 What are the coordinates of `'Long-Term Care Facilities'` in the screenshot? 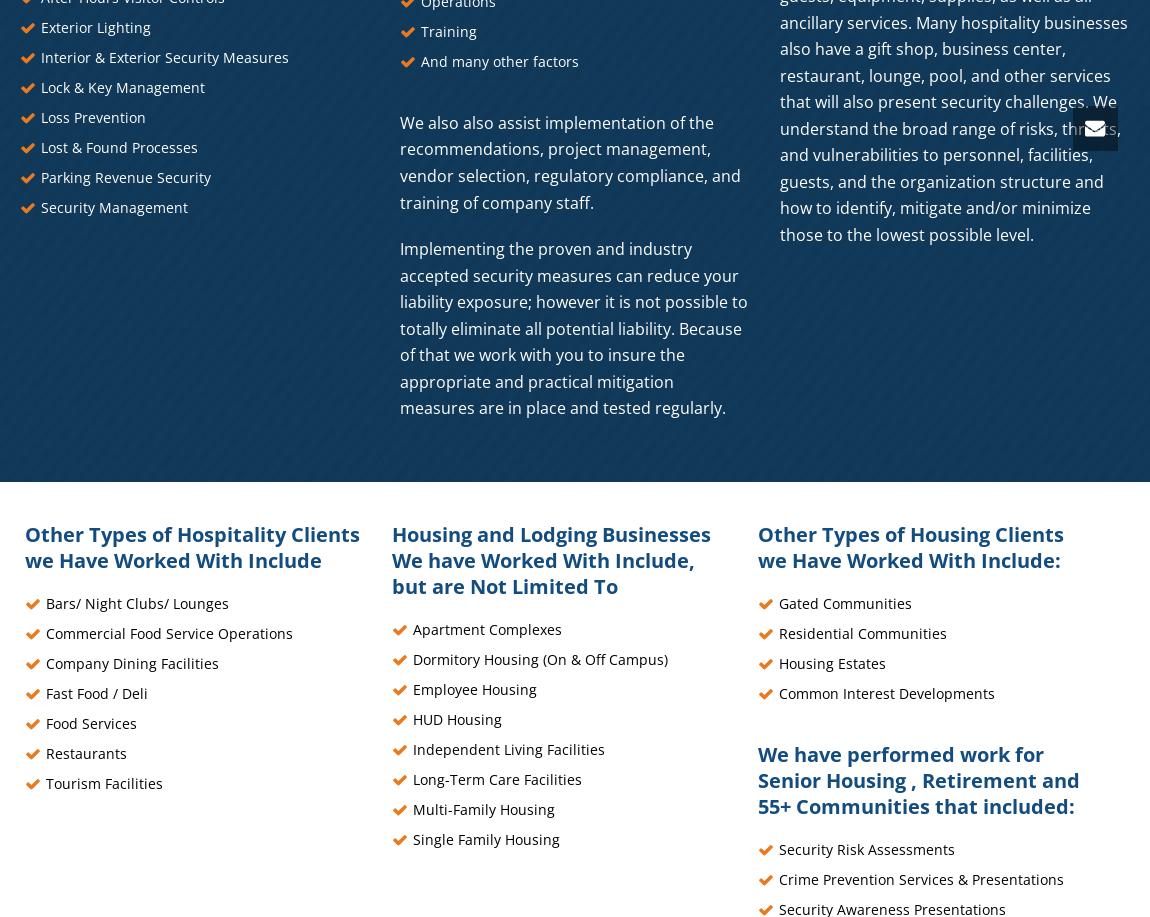 It's located at (496, 777).